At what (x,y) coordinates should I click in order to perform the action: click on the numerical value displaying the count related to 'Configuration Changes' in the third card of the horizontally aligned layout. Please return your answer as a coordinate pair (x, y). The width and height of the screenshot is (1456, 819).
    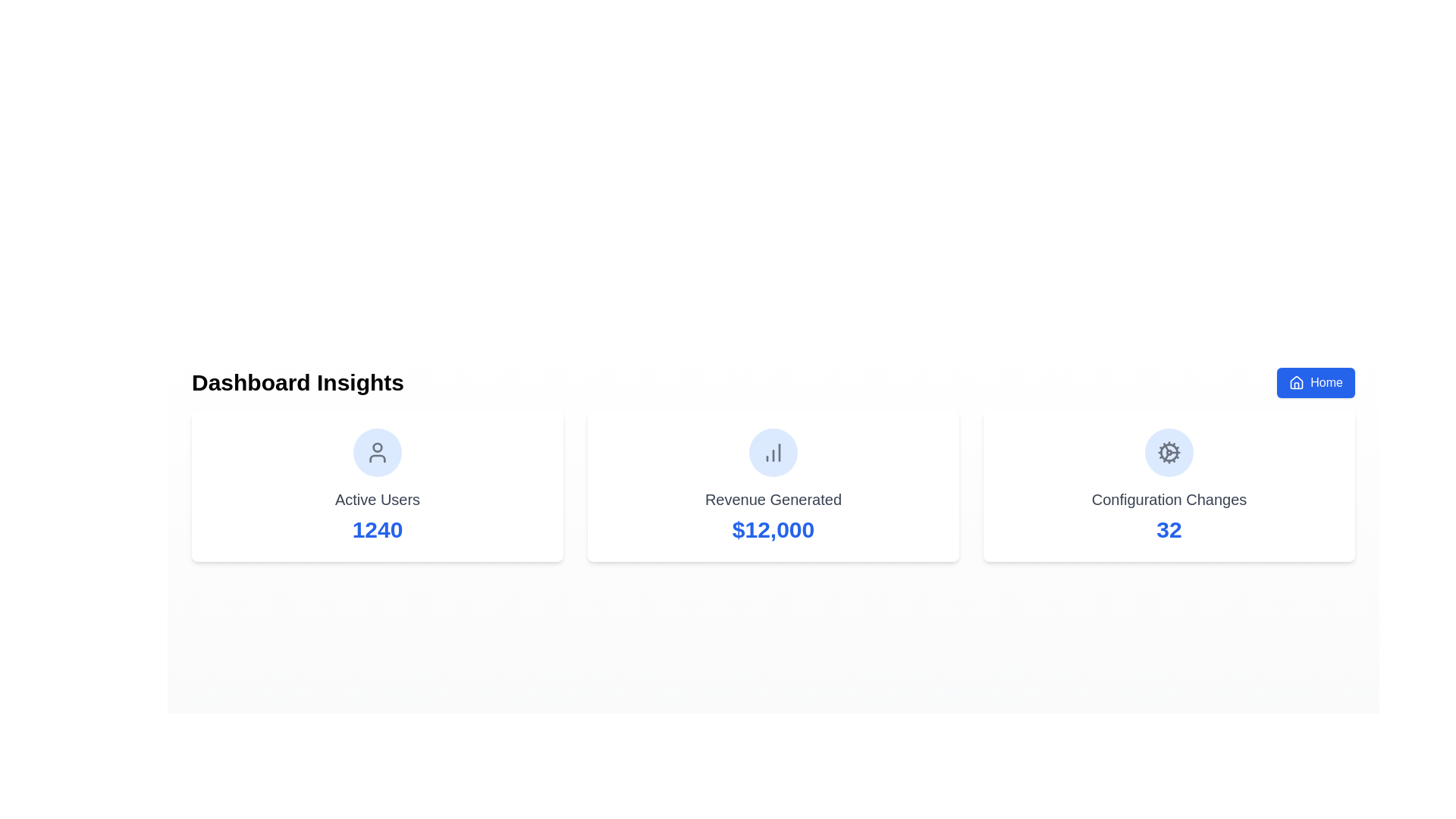
    Looking at the image, I should click on (1168, 529).